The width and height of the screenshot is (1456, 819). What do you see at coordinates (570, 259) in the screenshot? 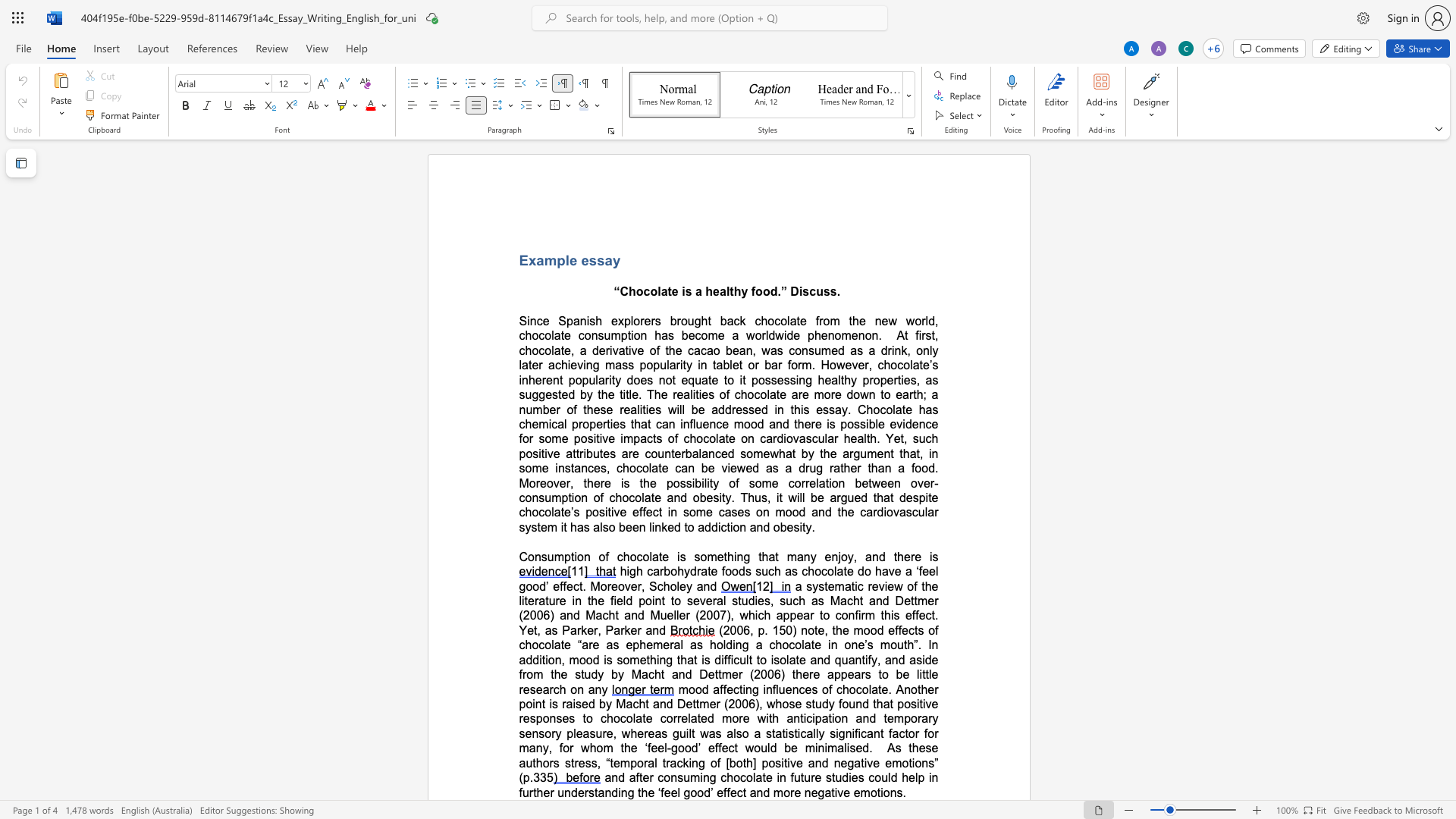
I see `the space between the continuous character "l" and "e" in the text` at bounding box center [570, 259].